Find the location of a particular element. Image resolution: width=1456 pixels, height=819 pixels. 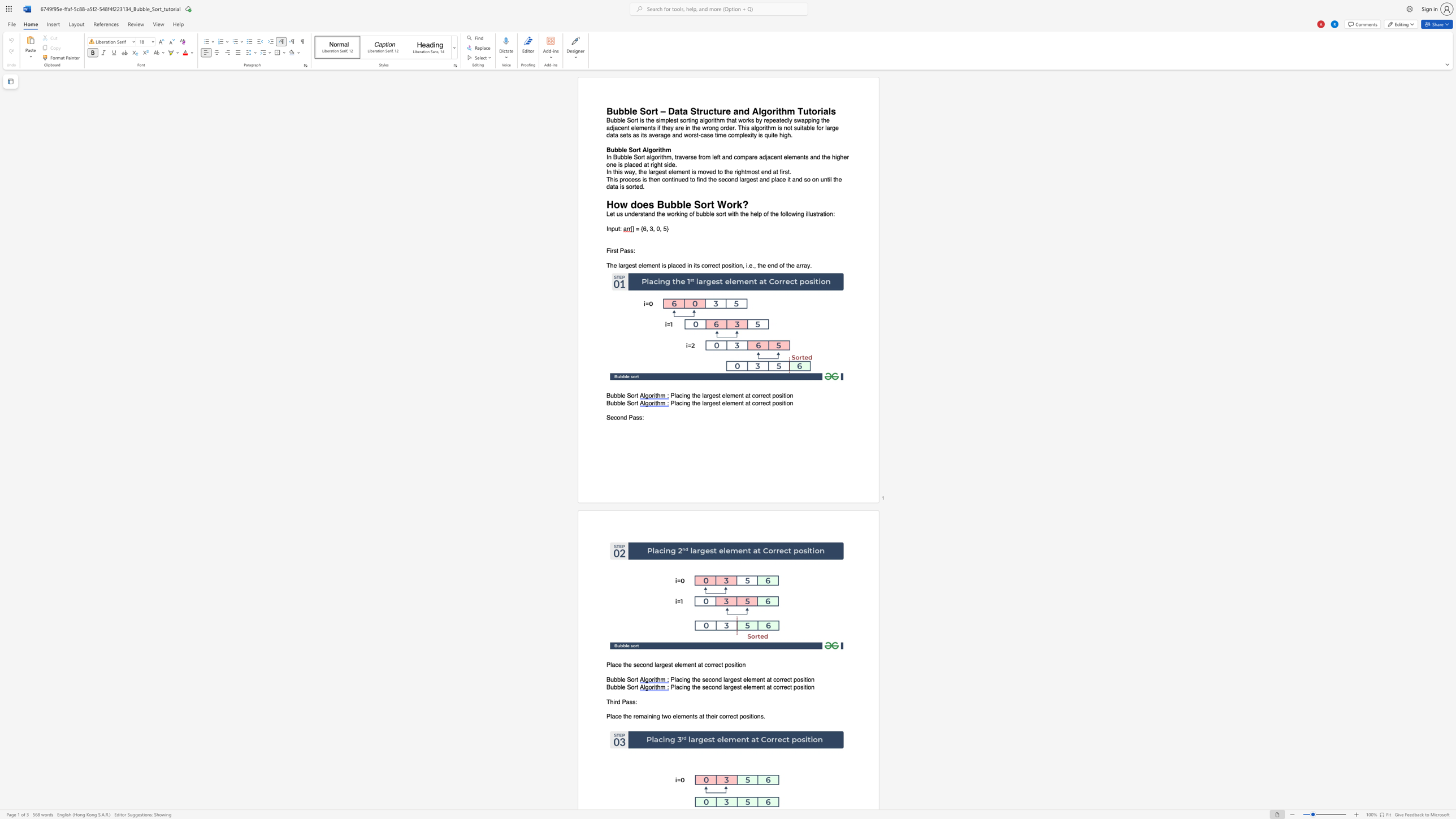

the subset text "st element at c" within the text "Placing the largest element at correct position" is located at coordinates (715, 396).